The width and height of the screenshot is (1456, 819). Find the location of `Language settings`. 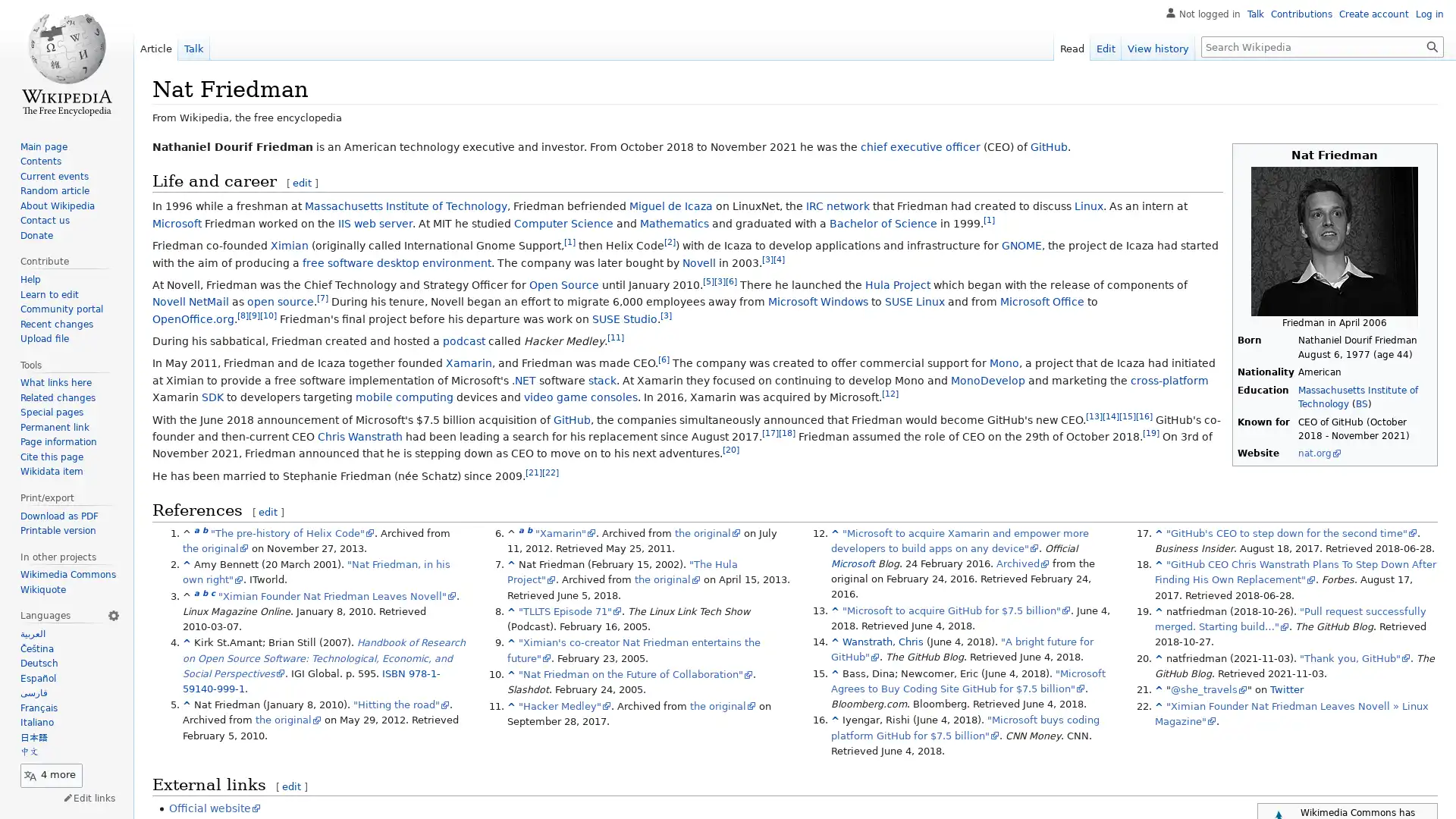

Language settings is located at coordinates (112, 616).